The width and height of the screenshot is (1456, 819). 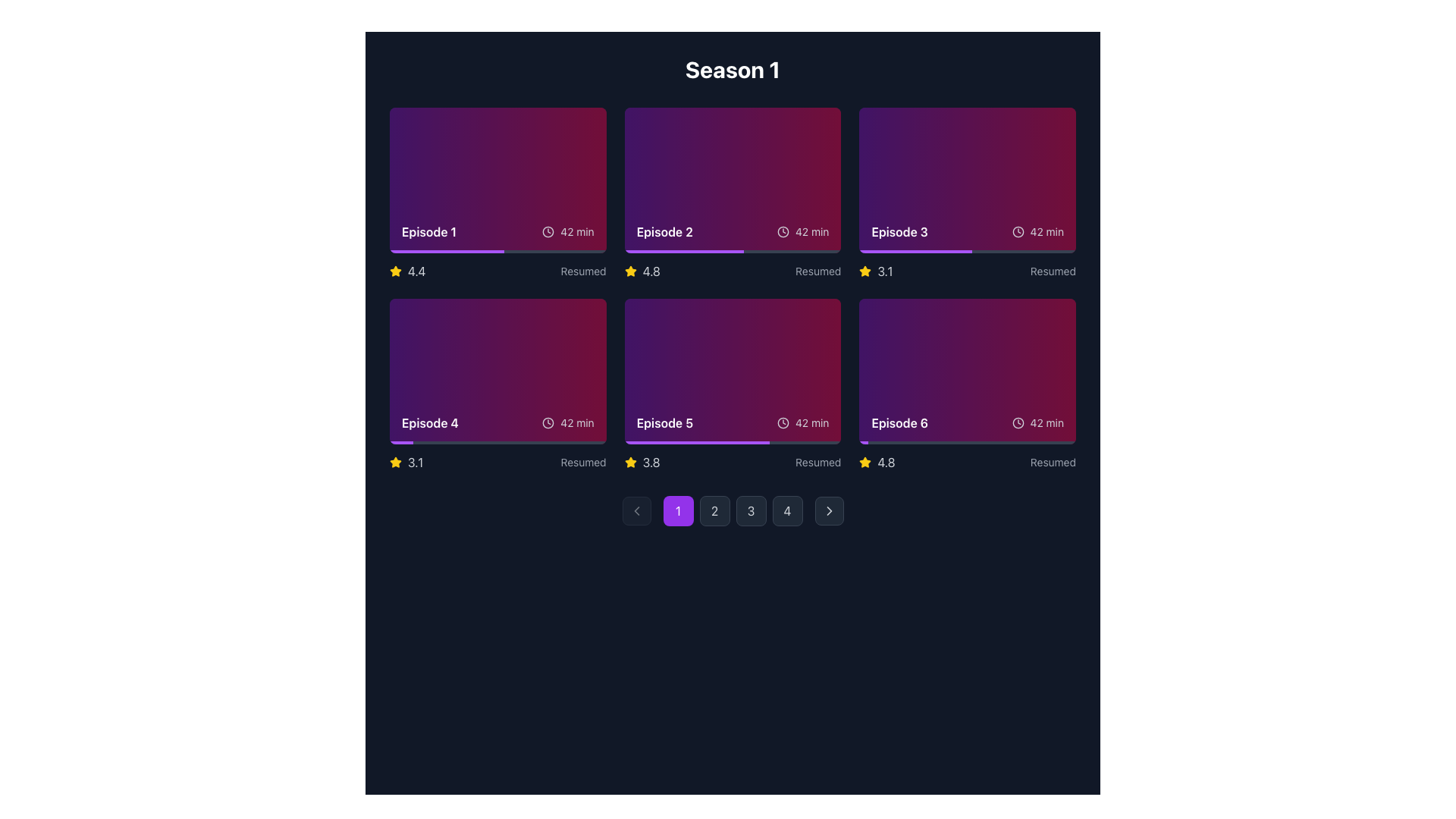 What do you see at coordinates (783, 423) in the screenshot?
I see `the central circular component of the clock icon located in the upper-right corner of the episode 5 card in the middle row and second column of the season's episode listing` at bounding box center [783, 423].